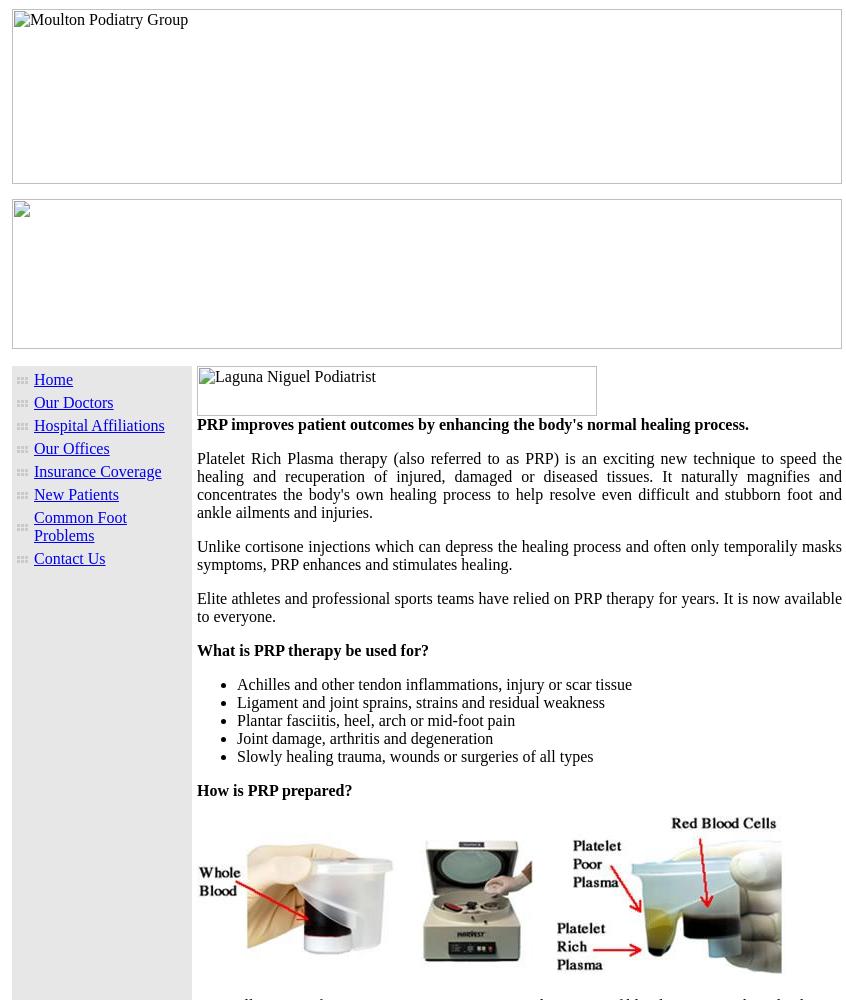  What do you see at coordinates (196, 790) in the screenshot?
I see `'How is PRP prepared?'` at bounding box center [196, 790].